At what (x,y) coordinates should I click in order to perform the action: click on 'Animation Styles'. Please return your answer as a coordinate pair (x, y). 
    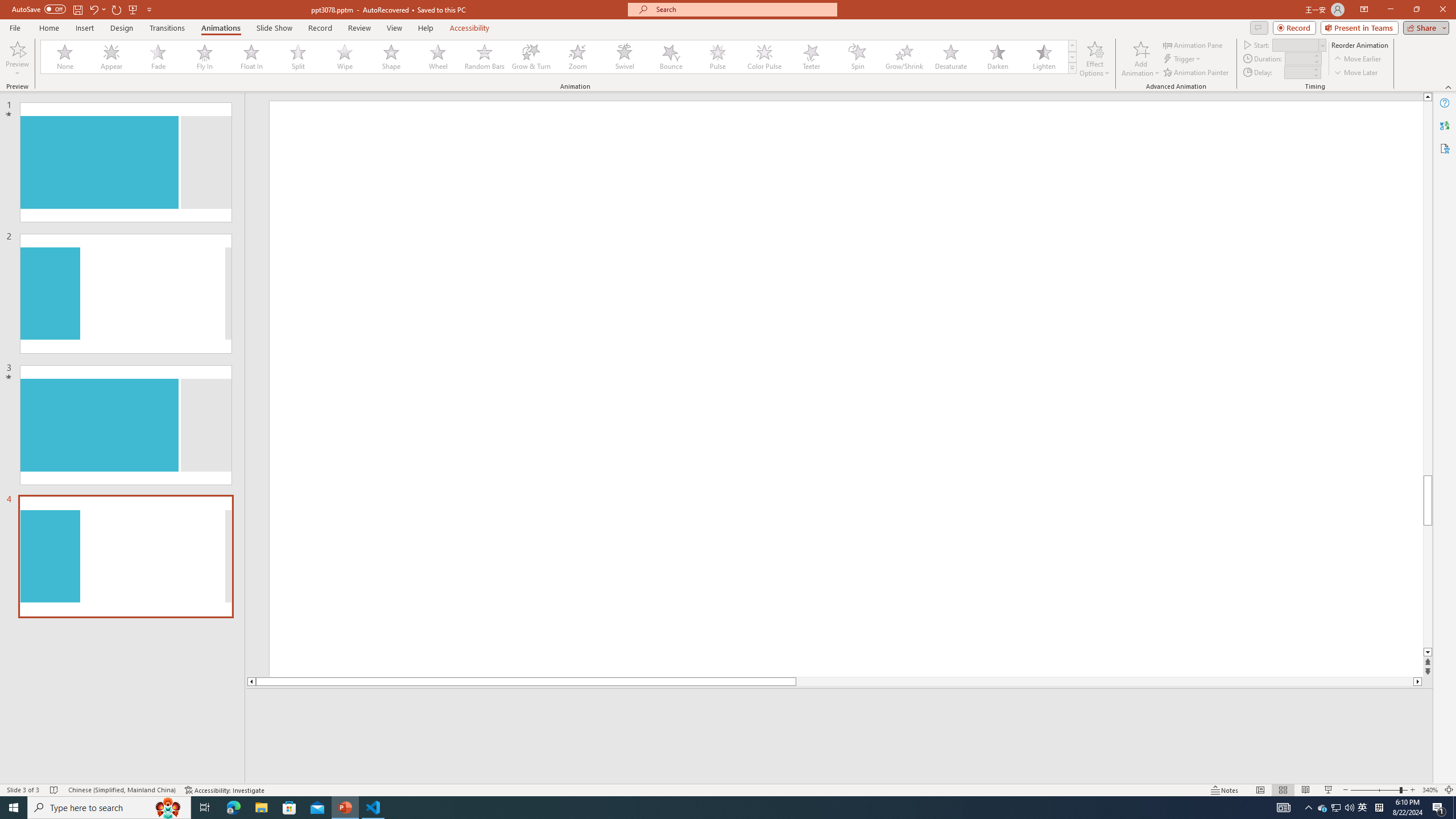
    Looking at the image, I should click on (1072, 67).